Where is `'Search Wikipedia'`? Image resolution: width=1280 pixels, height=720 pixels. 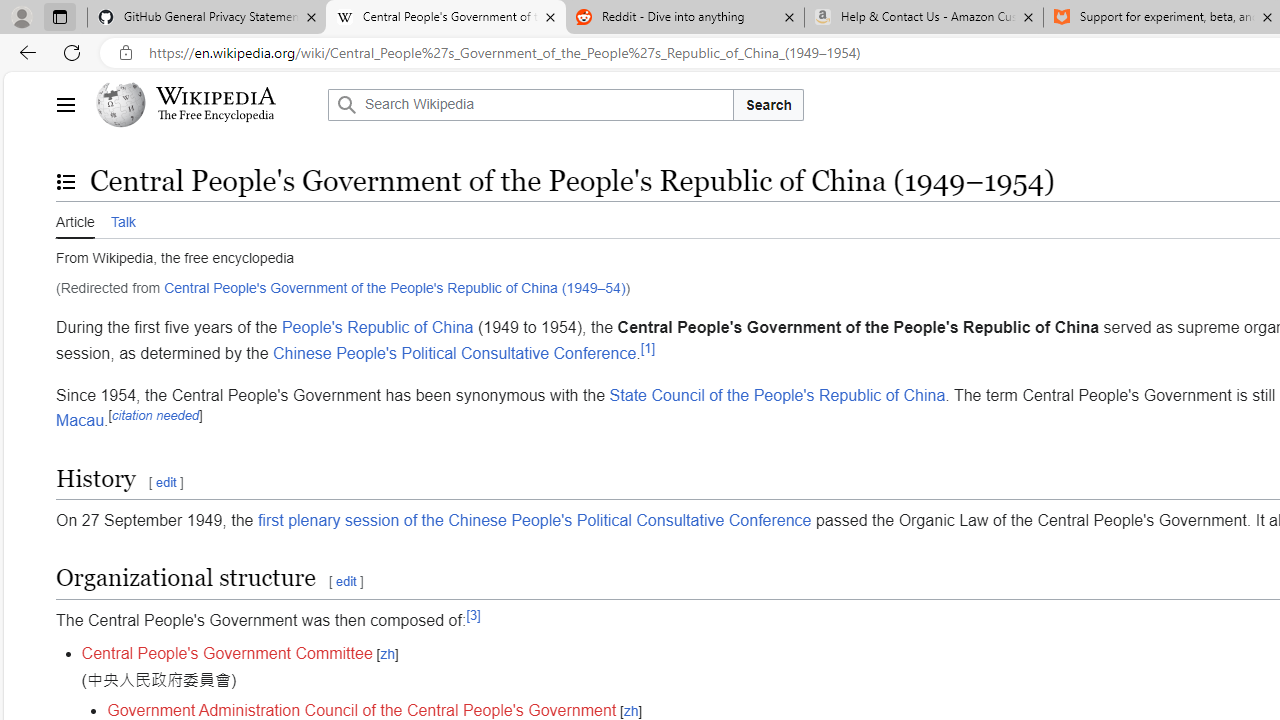
'Search Wikipedia' is located at coordinates (531, 105).